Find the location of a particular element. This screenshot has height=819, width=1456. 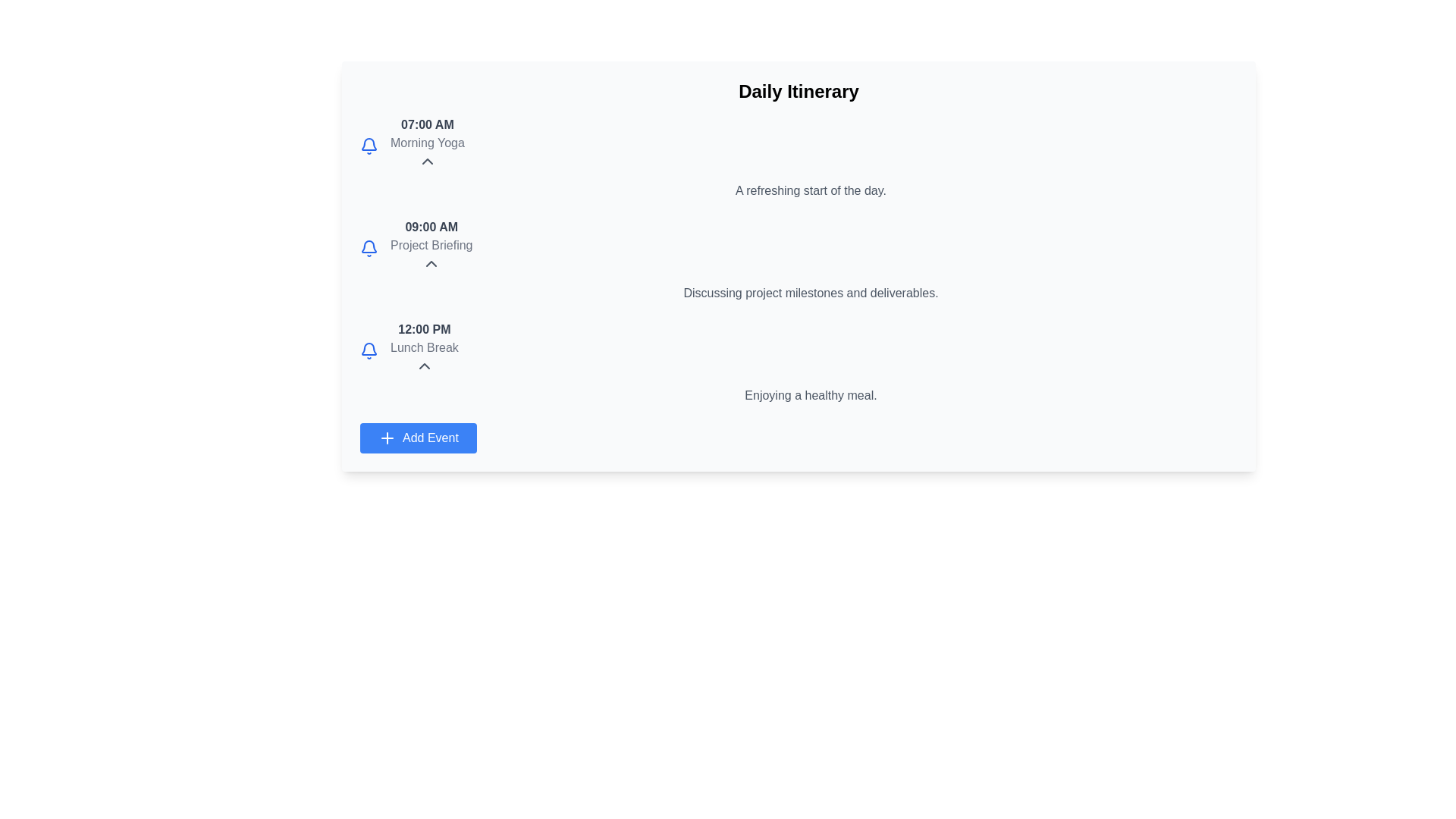

the blue bell-shaped icon located to the left of the '09:00 AM' time entry for 'Project Briefing' in the itinerary section is located at coordinates (369, 247).